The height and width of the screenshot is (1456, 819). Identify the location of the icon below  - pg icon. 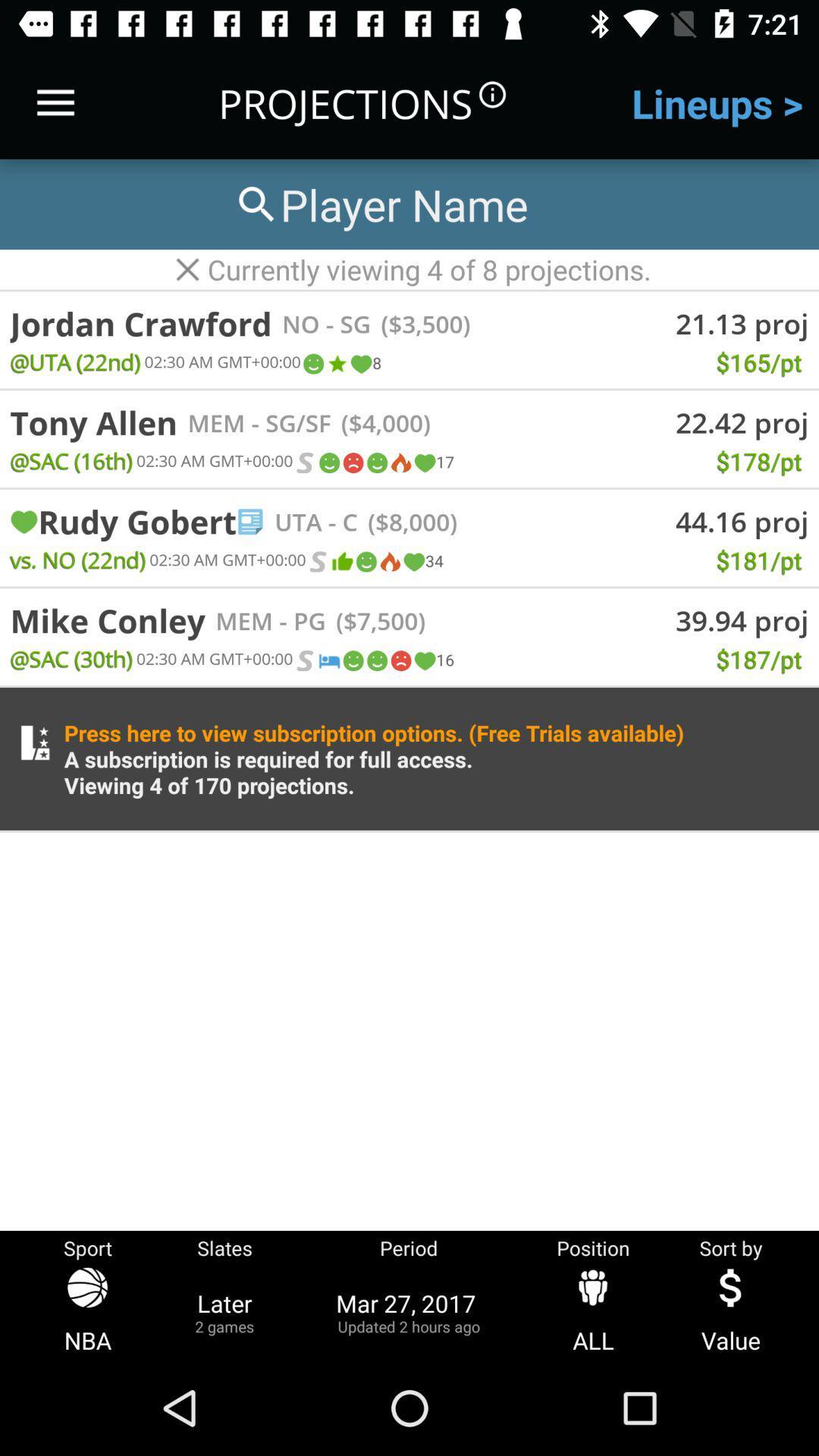
(328, 661).